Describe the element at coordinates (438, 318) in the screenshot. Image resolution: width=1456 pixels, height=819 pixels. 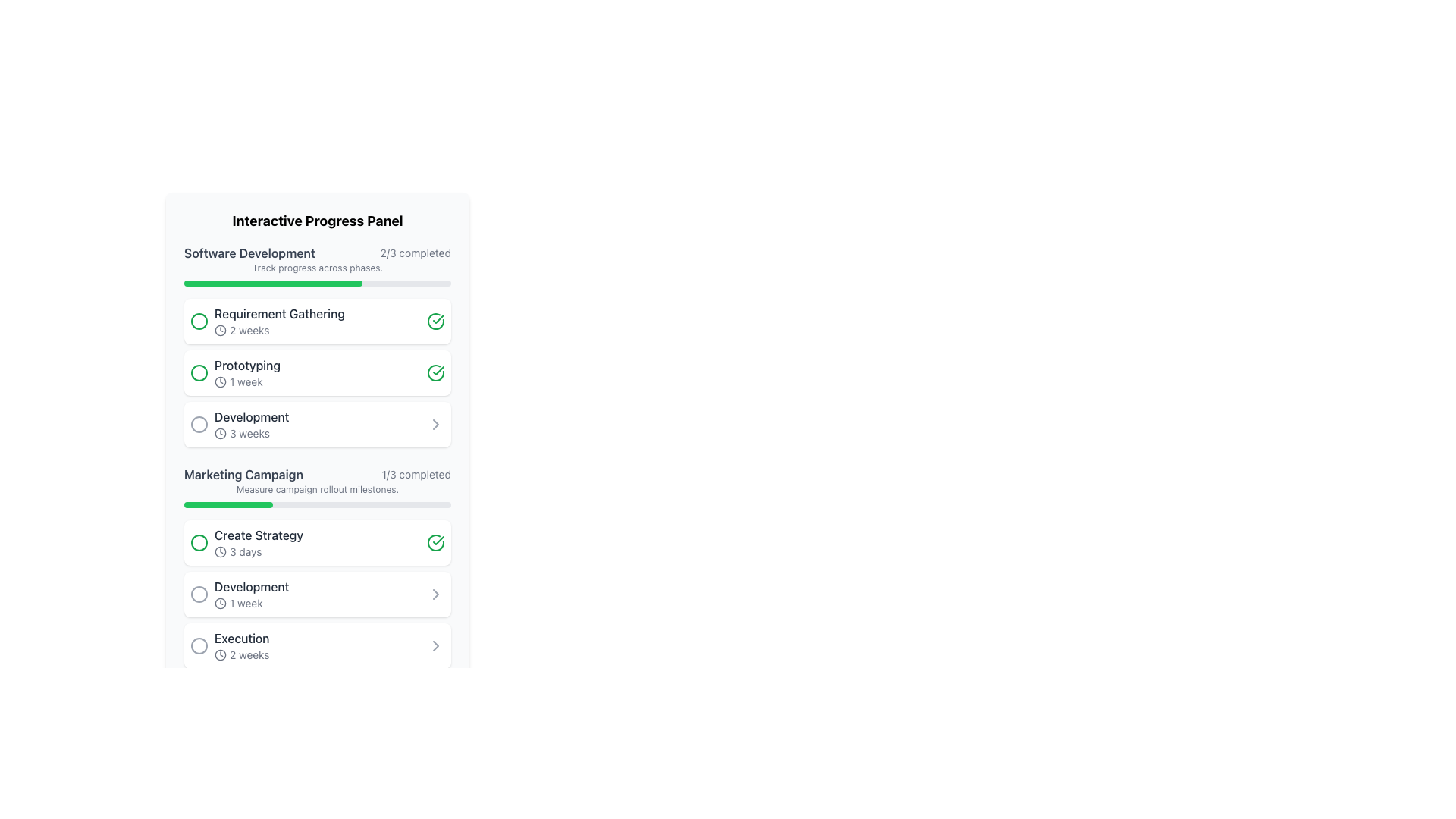
I see `the green checkmark icon located at the far-right end of the 'Software Development' list, adjacent to the 'Prototyping' item` at that location.